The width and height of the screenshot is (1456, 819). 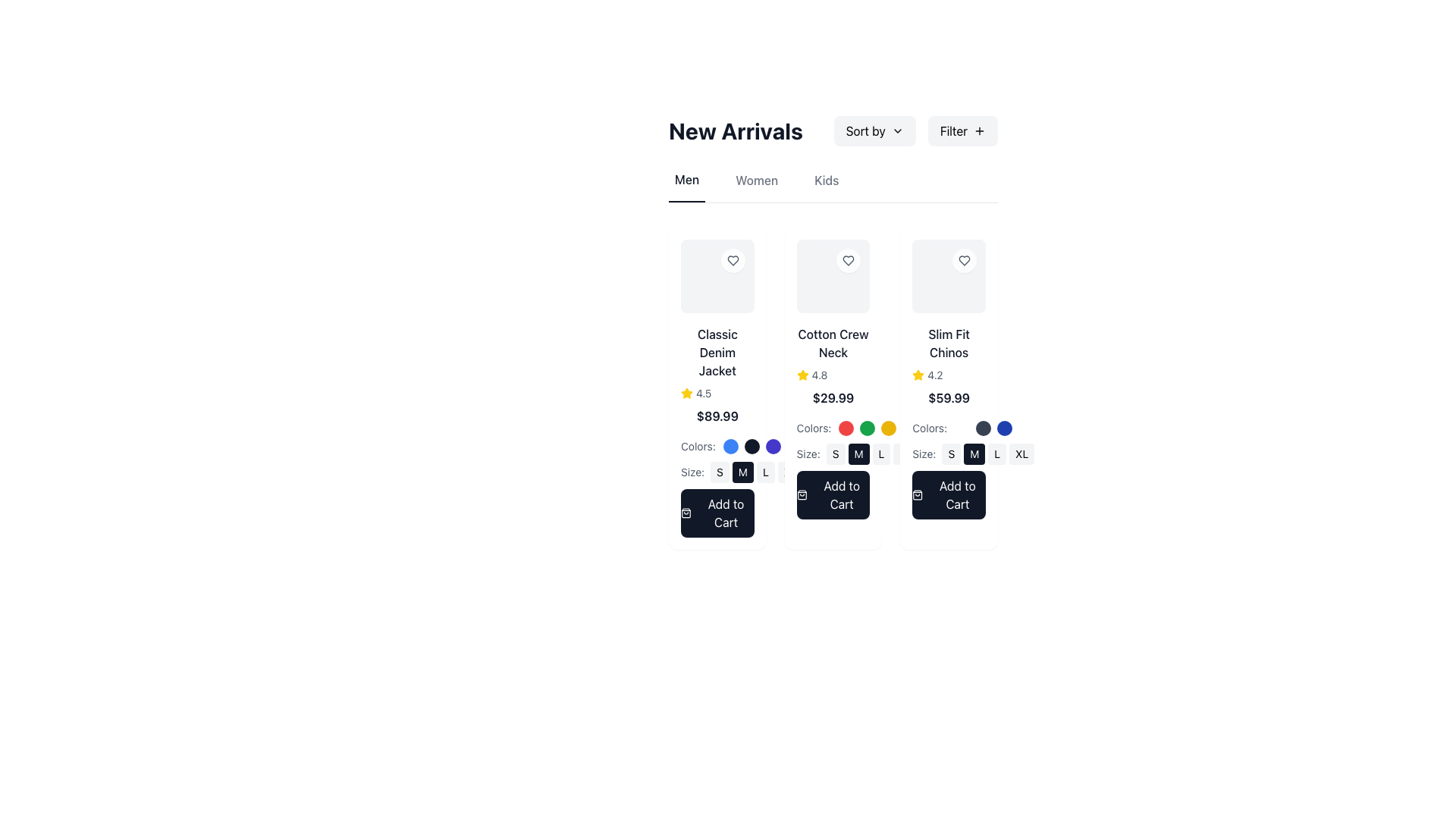 I want to click on the 'Add to Cart' button for the 'Classic Denim Jacket' located at the bottom of the product options, so click(x=717, y=512).